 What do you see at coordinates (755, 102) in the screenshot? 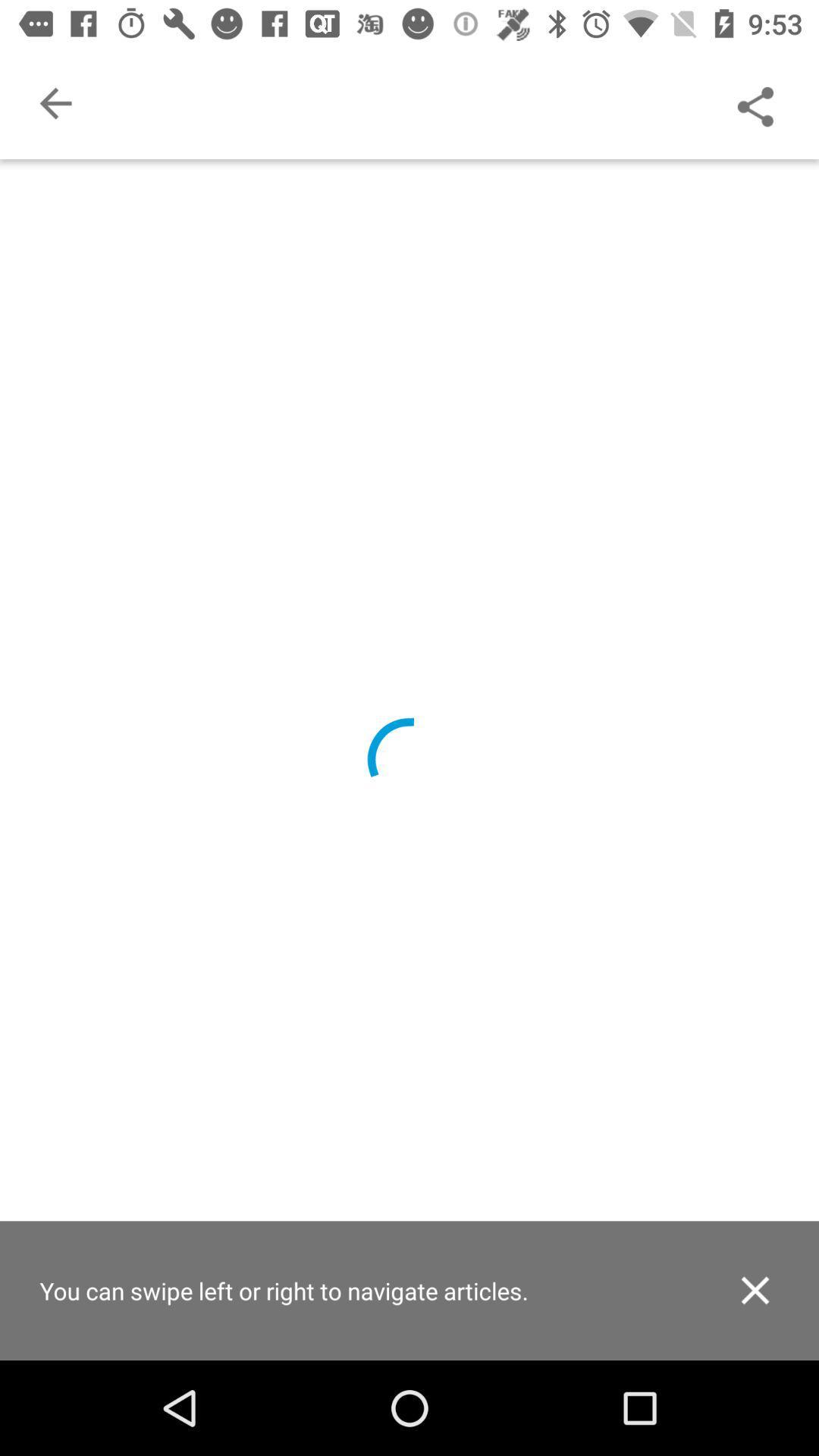
I see `share on social media` at bounding box center [755, 102].